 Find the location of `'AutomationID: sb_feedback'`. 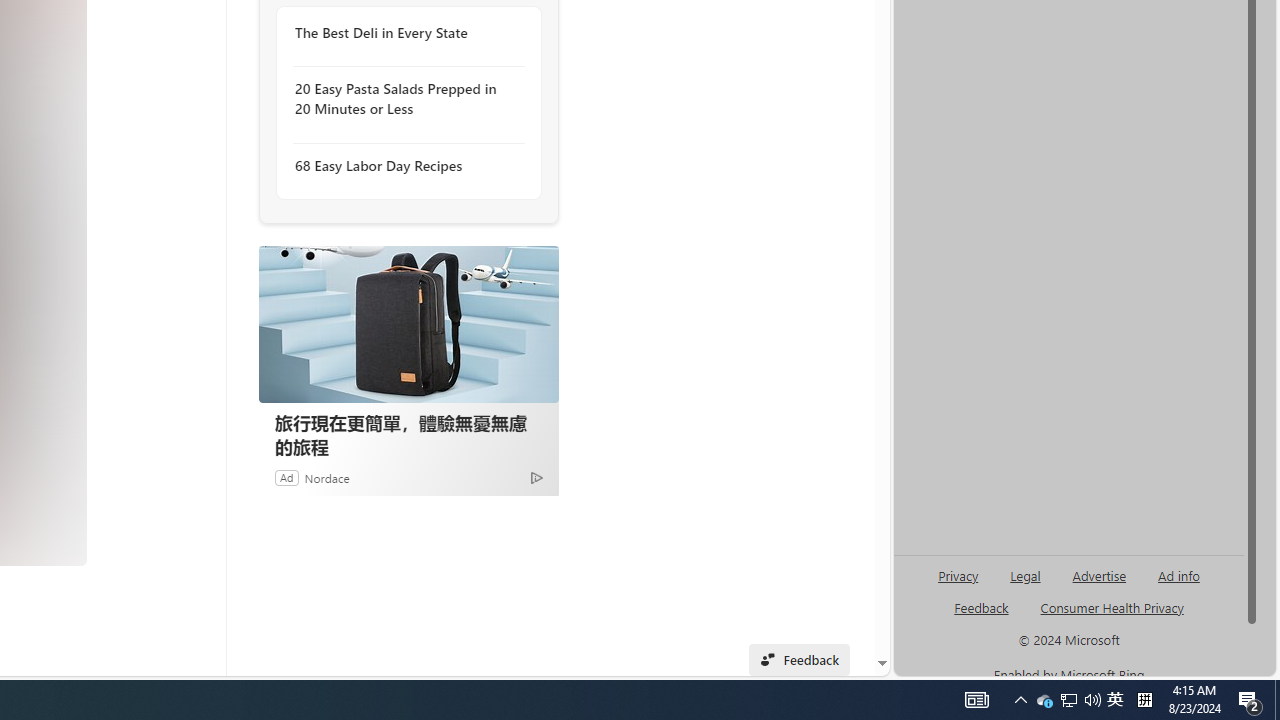

'AutomationID: sb_feedback' is located at coordinates (981, 606).